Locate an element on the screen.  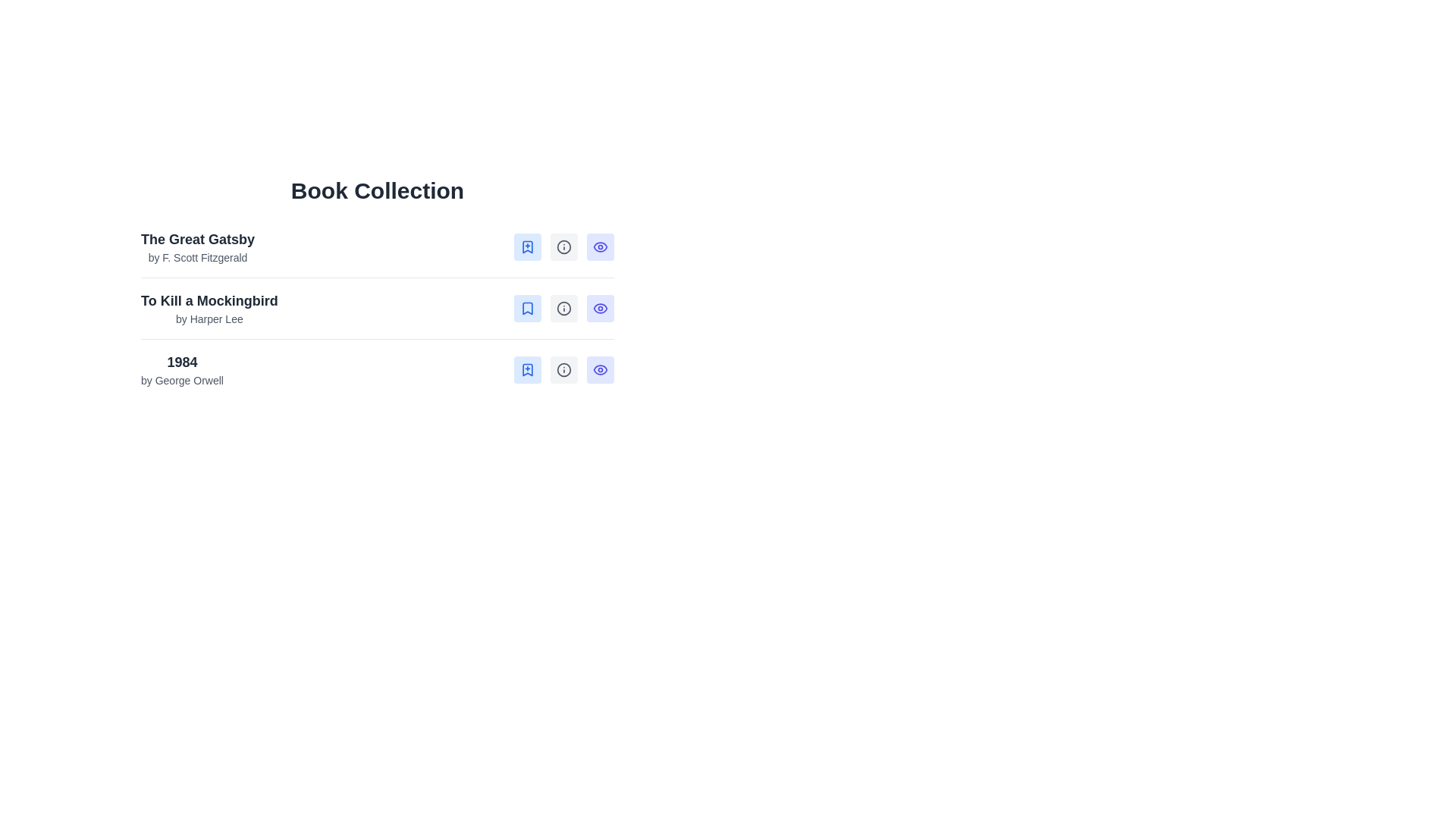
the circular icon button with a gray border and a centered exclamation mark to change its background color is located at coordinates (563, 246).